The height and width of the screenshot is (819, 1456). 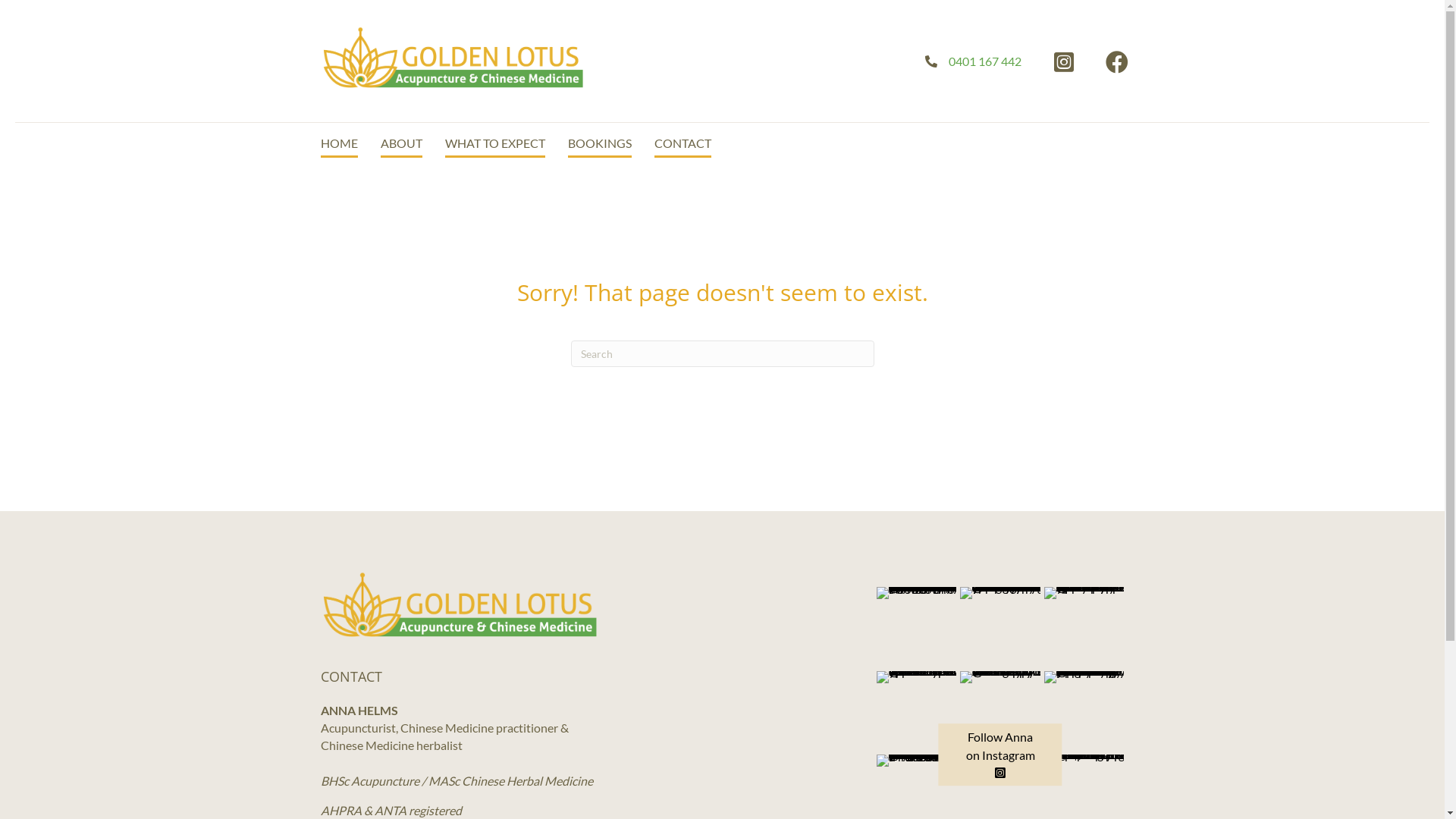 I want to click on 'CONTACT', so click(x=654, y=143).